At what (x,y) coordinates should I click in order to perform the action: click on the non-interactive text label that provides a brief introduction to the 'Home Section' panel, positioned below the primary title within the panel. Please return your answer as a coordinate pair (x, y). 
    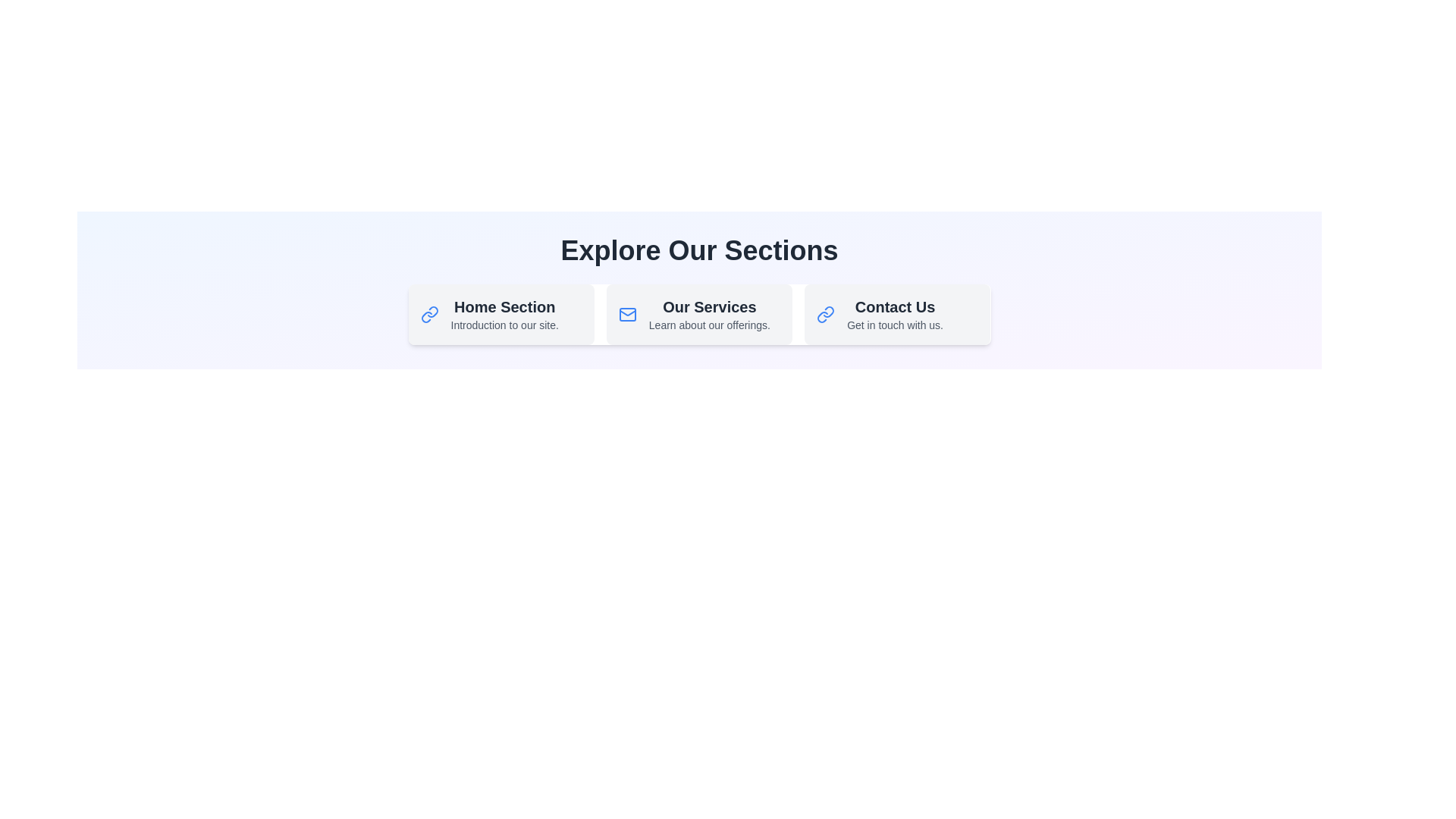
    Looking at the image, I should click on (504, 324).